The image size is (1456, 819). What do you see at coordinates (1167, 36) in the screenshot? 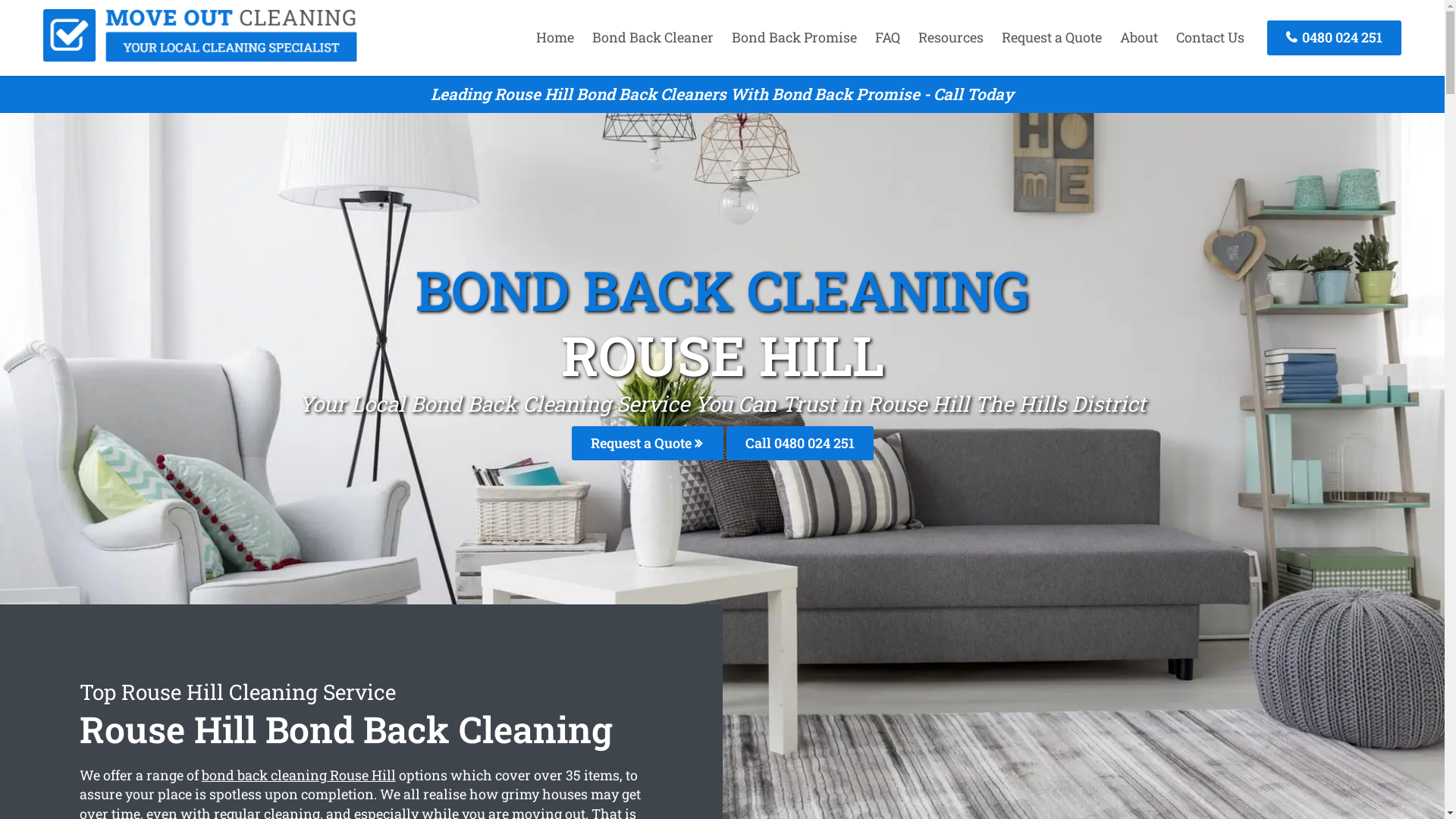
I see `'Contact Us'` at bounding box center [1167, 36].